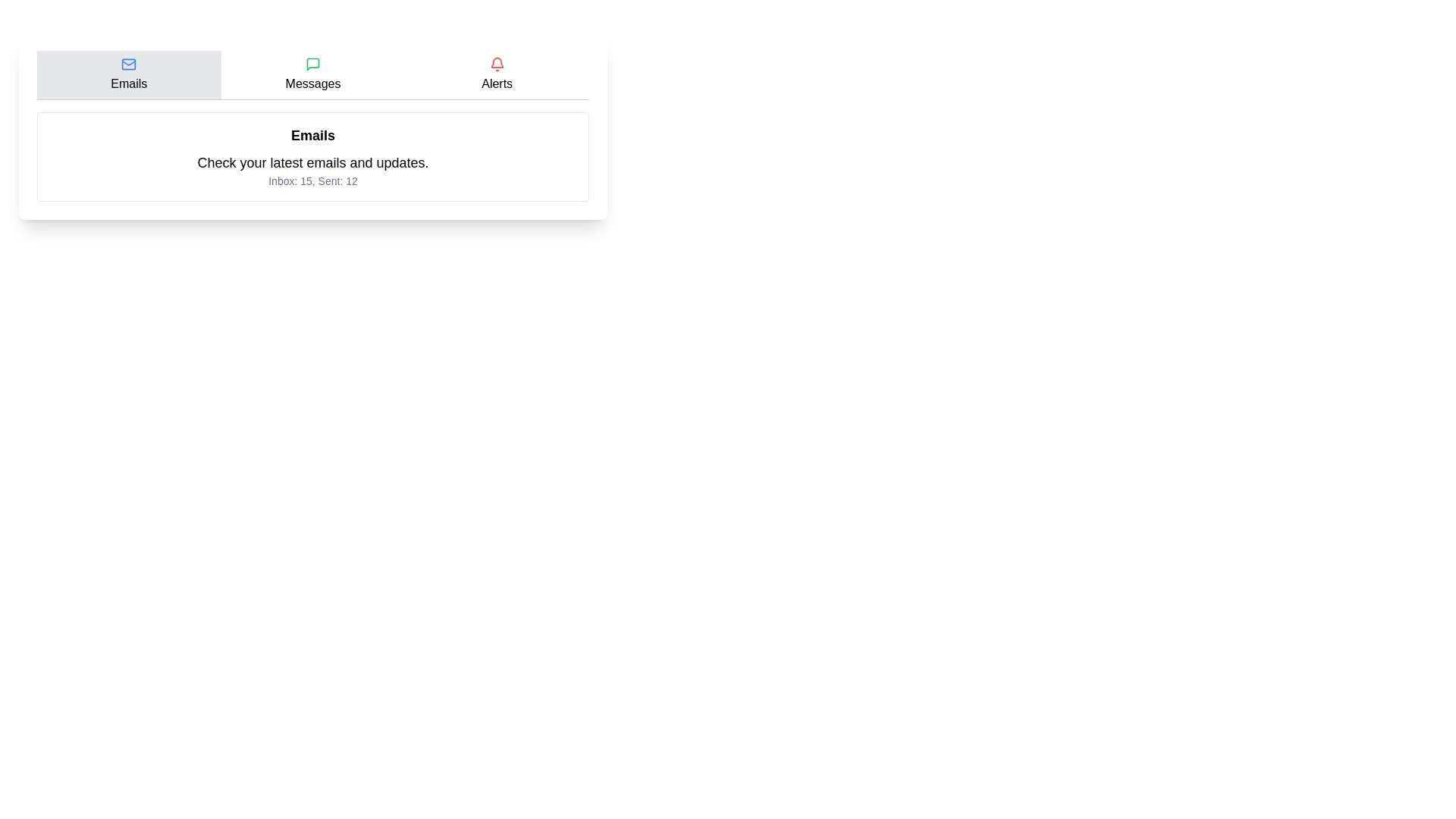 The height and width of the screenshot is (819, 1456). What do you see at coordinates (128, 75) in the screenshot?
I see `the tab labeled Emails to observe its hover effect` at bounding box center [128, 75].